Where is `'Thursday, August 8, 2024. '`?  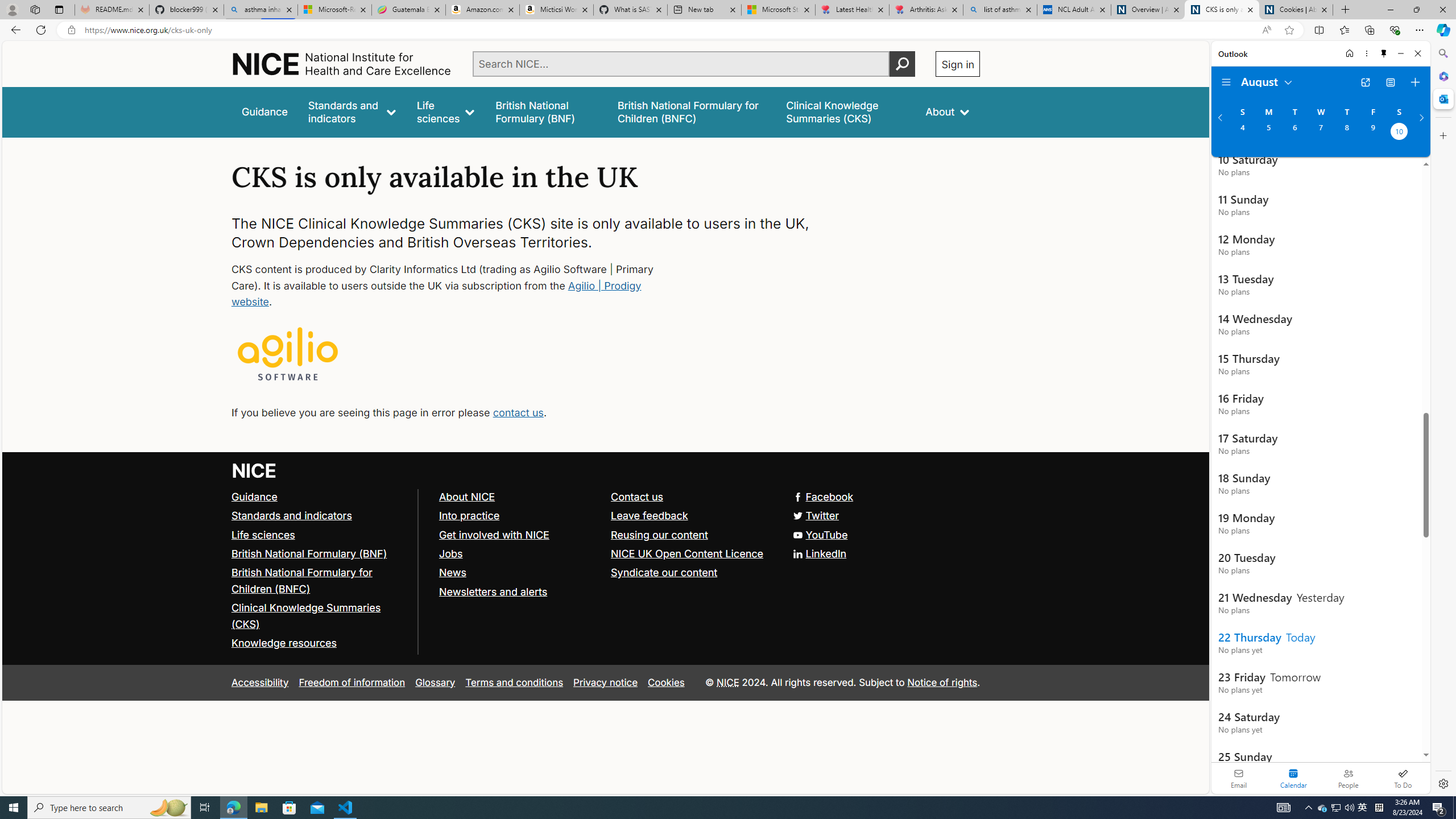 'Thursday, August 8, 2024. ' is located at coordinates (1347, 133).